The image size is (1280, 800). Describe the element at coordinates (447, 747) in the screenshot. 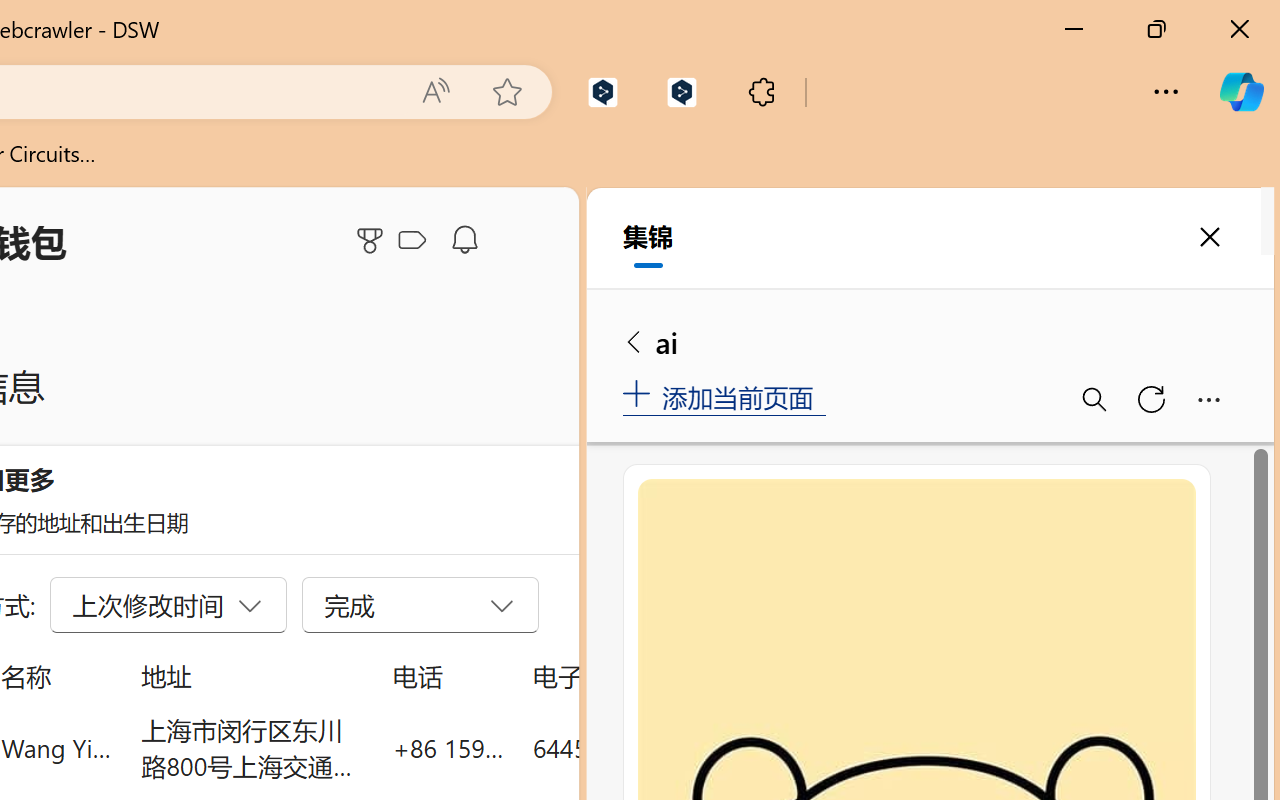

I see `'+86 159 0032 4640'` at that location.